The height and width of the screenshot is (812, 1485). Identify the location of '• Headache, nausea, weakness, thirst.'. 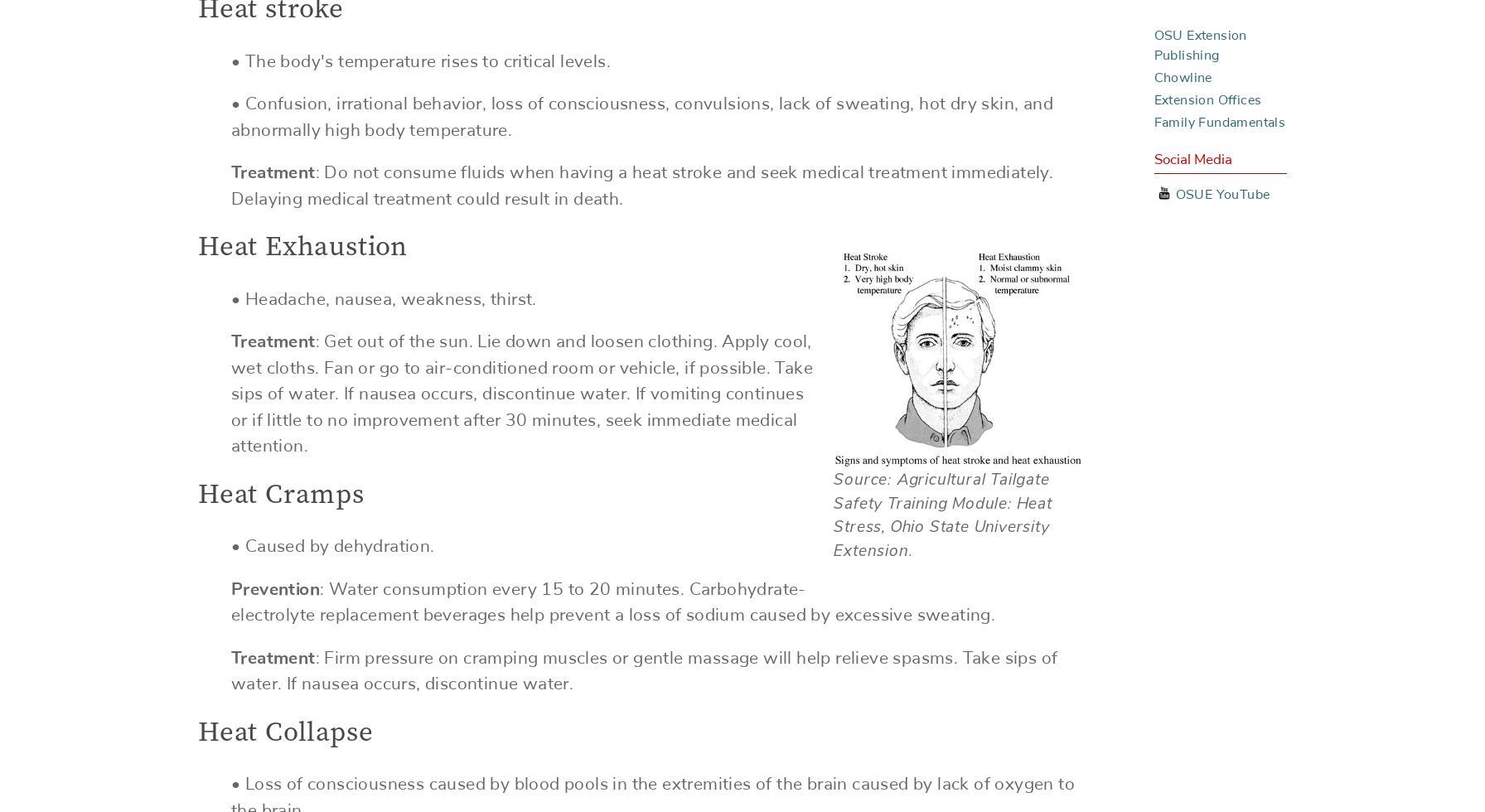
(384, 298).